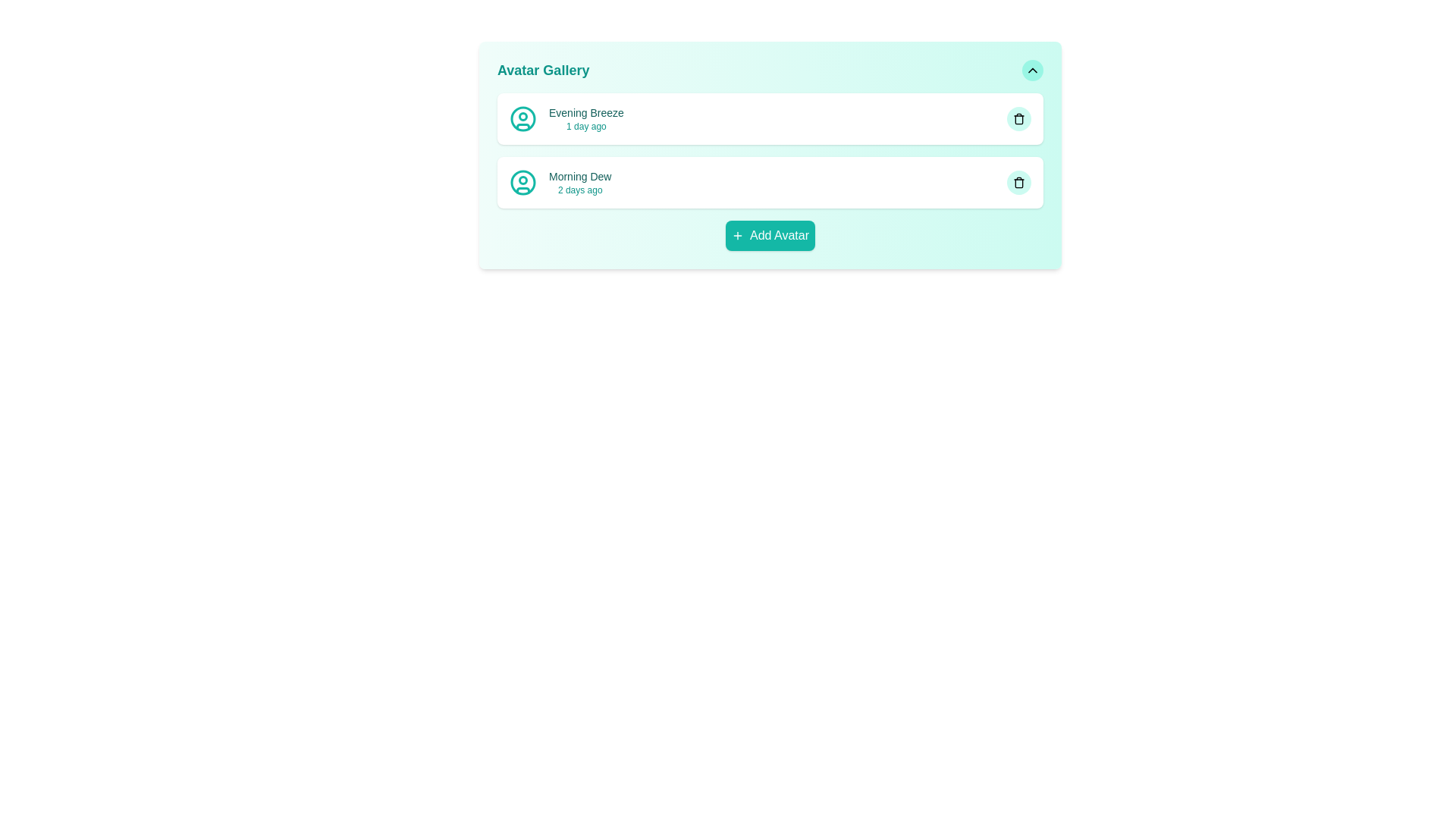 Image resolution: width=1456 pixels, height=819 pixels. I want to click on the outermost circular border of the SVG avatar icon for the 'Morning Dew' entry located in the second row of the list, so click(523, 181).